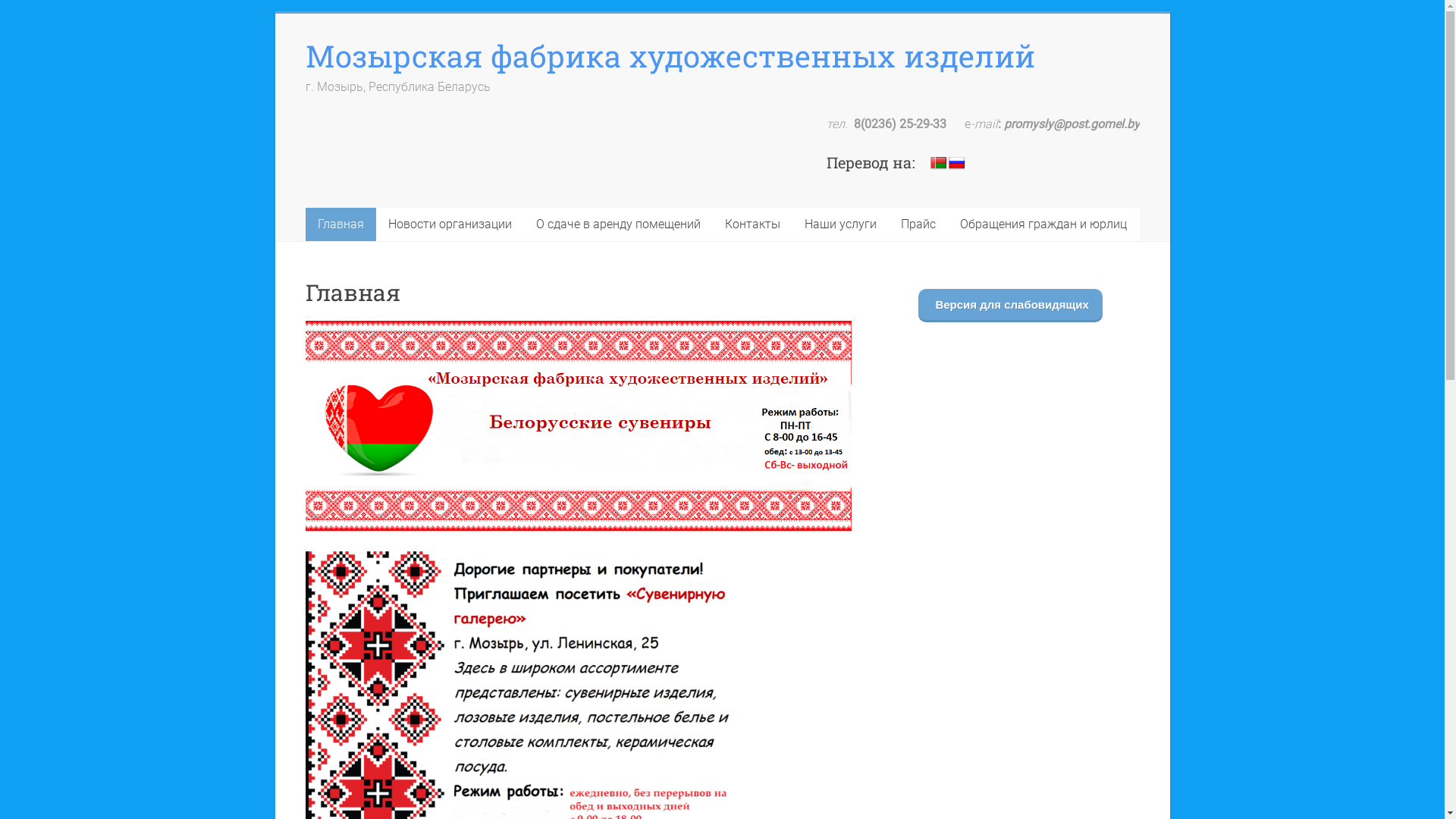 This screenshot has width=1456, height=819. I want to click on 'Russian', so click(948, 163).